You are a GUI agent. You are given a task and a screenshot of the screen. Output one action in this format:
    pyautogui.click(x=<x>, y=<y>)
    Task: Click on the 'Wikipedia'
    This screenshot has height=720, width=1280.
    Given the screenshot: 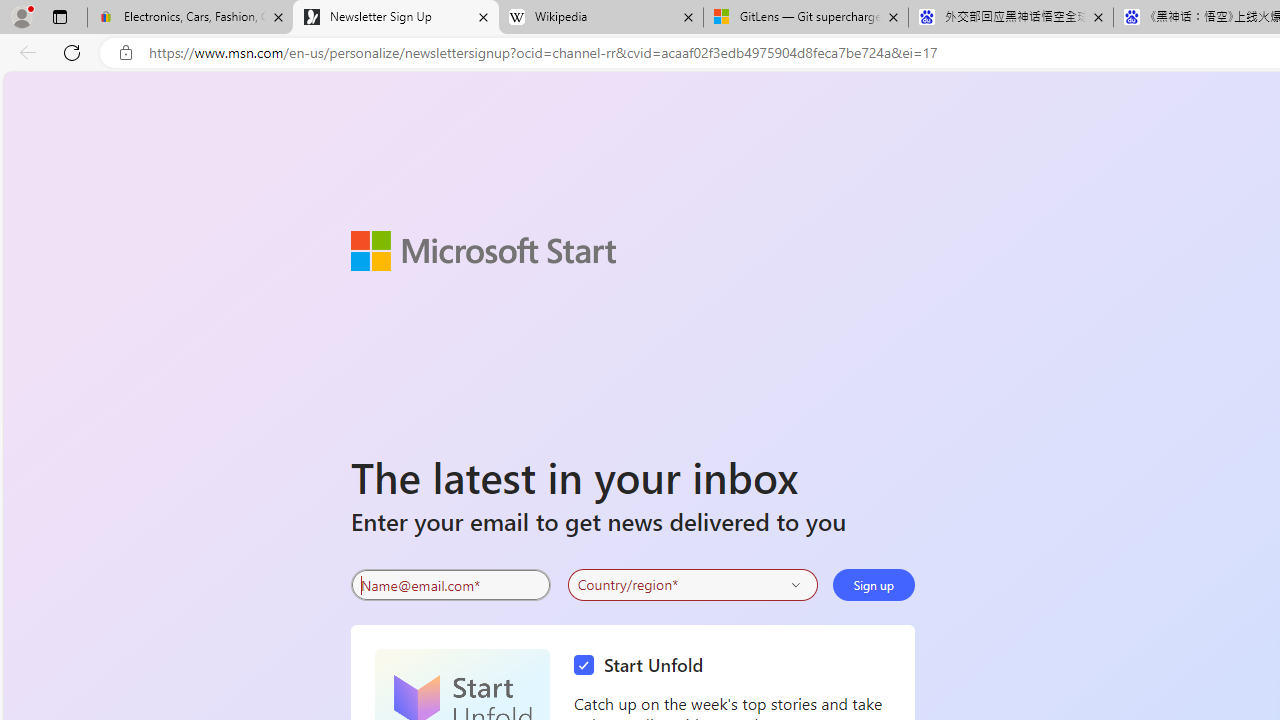 What is the action you would take?
    pyautogui.click(x=599, y=17)
    